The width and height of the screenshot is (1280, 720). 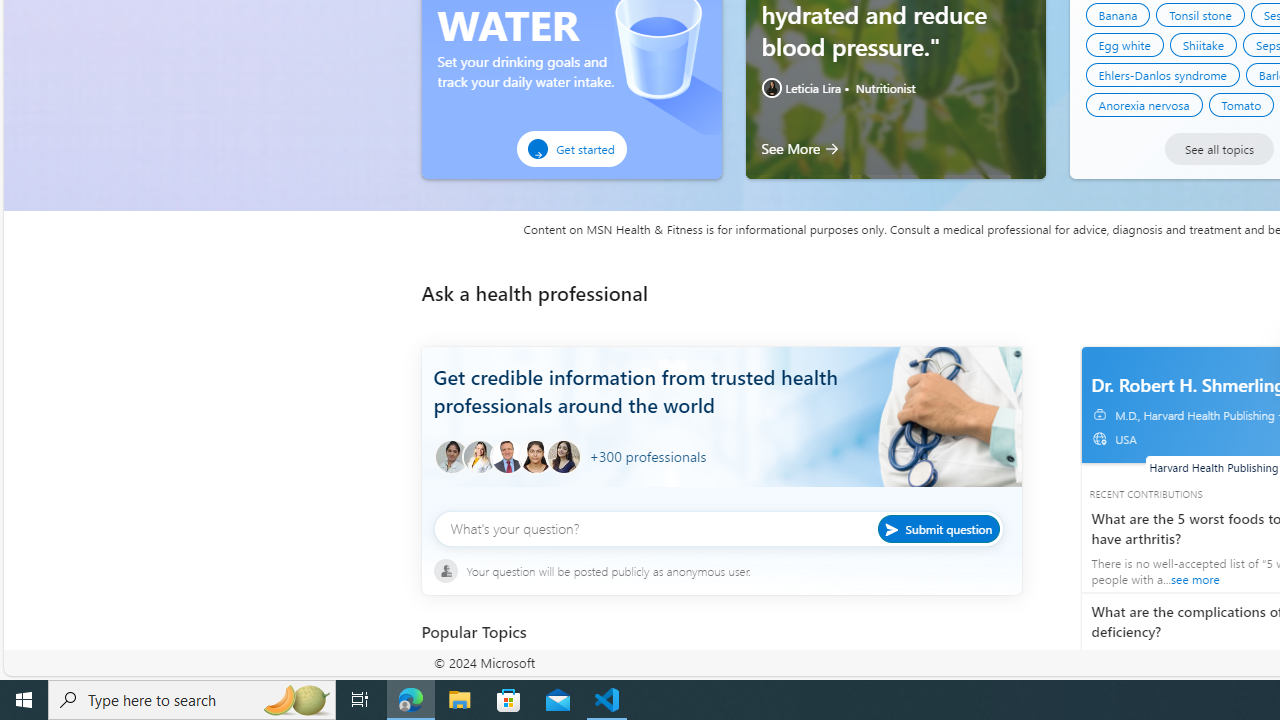 I want to click on 'What', so click(x=718, y=527).